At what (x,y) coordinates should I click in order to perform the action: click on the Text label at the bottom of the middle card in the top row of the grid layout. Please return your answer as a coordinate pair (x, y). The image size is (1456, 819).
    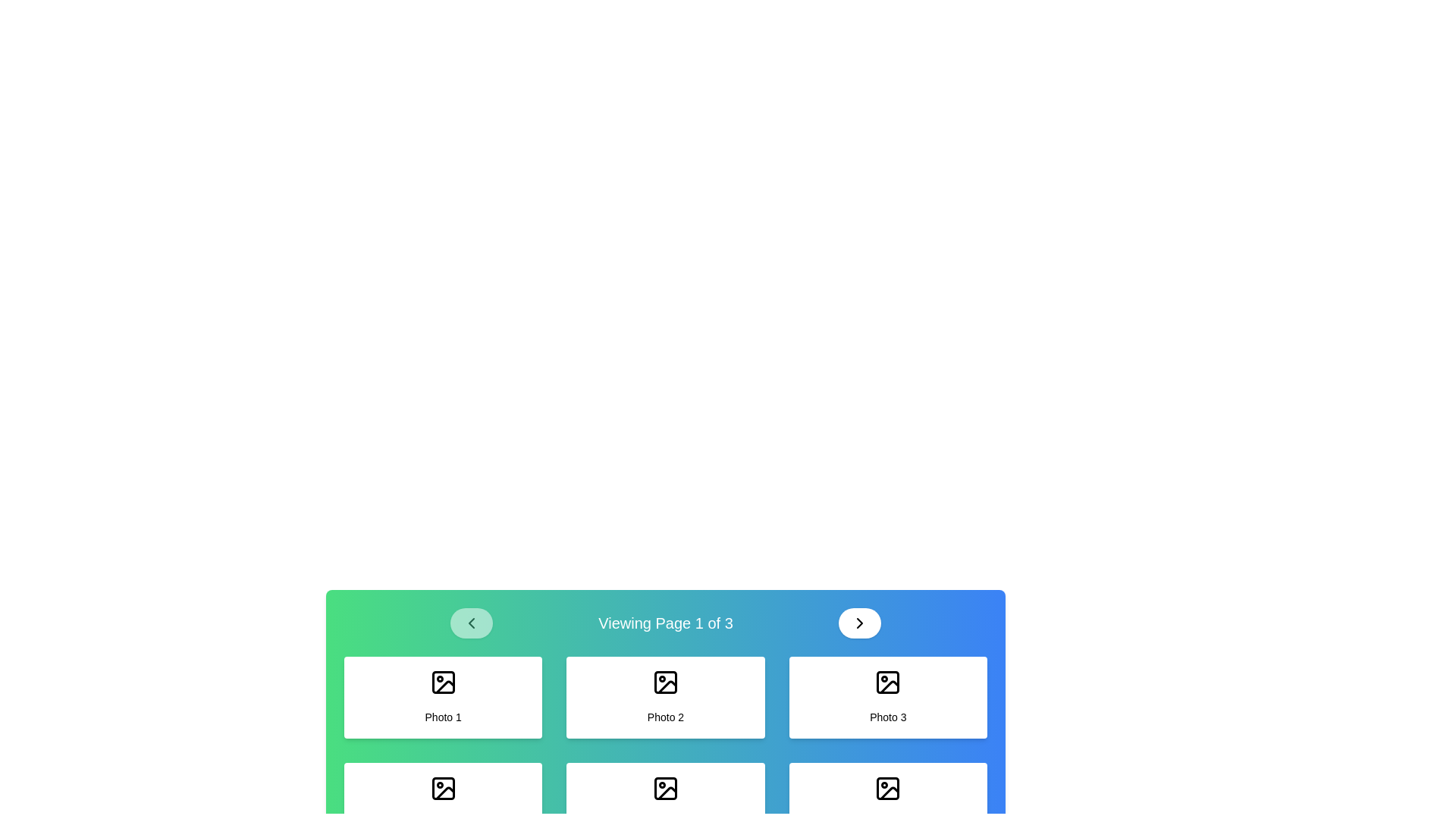
    Looking at the image, I should click on (666, 717).